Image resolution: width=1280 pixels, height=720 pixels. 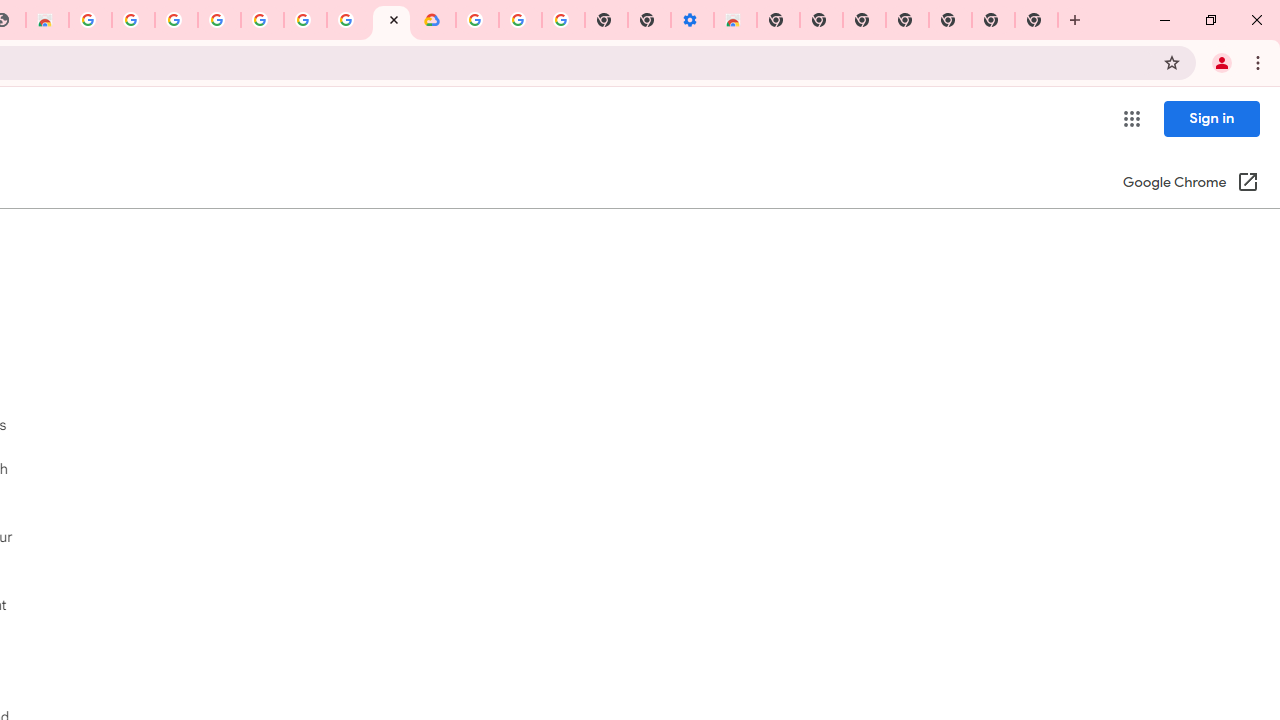 I want to click on 'Google apps', so click(x=1132, y=119).